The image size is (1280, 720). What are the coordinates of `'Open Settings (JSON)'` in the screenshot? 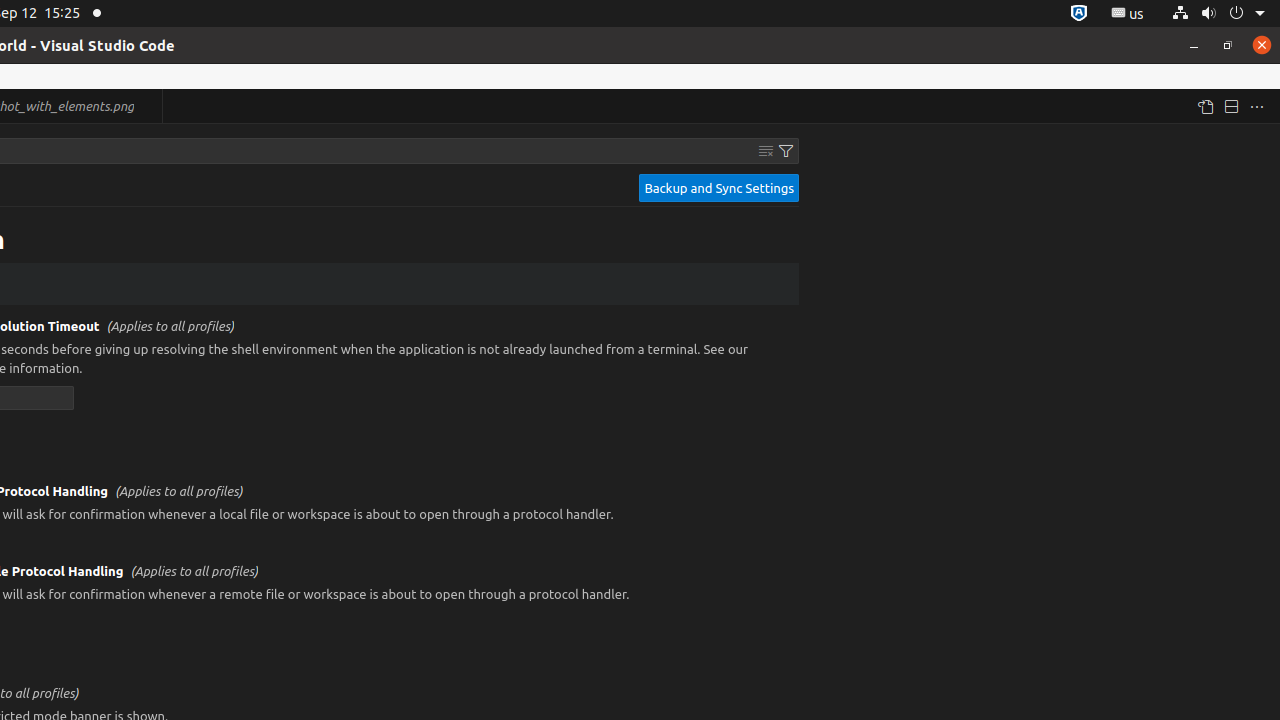 It's located at (1203, 106).